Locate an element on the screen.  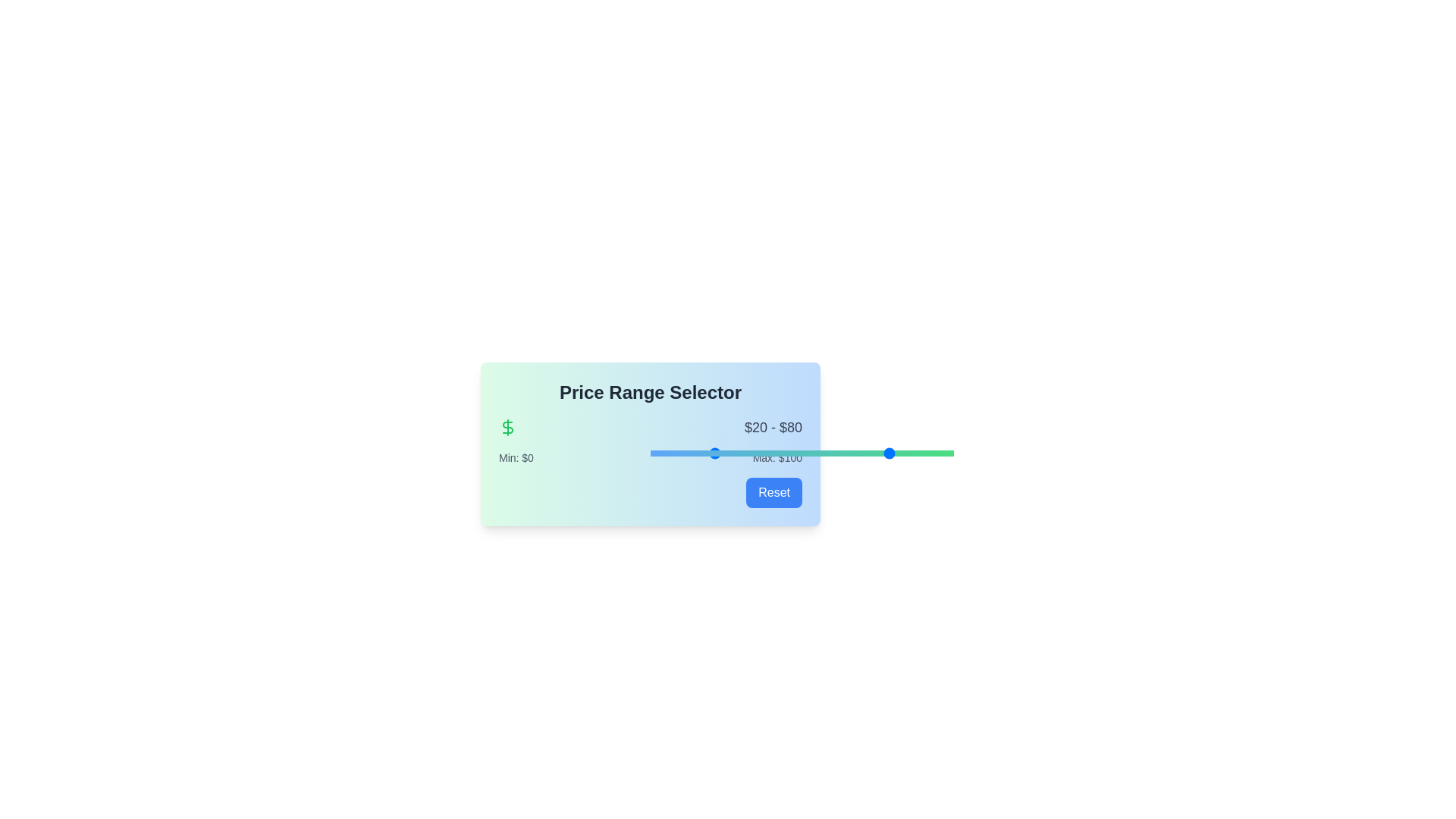
the horizontal slider with a gradient-colored background located within the 'Price Range Selector' panel, beneath the '$20 - $80' indicators is located at coordinates (801, 452).